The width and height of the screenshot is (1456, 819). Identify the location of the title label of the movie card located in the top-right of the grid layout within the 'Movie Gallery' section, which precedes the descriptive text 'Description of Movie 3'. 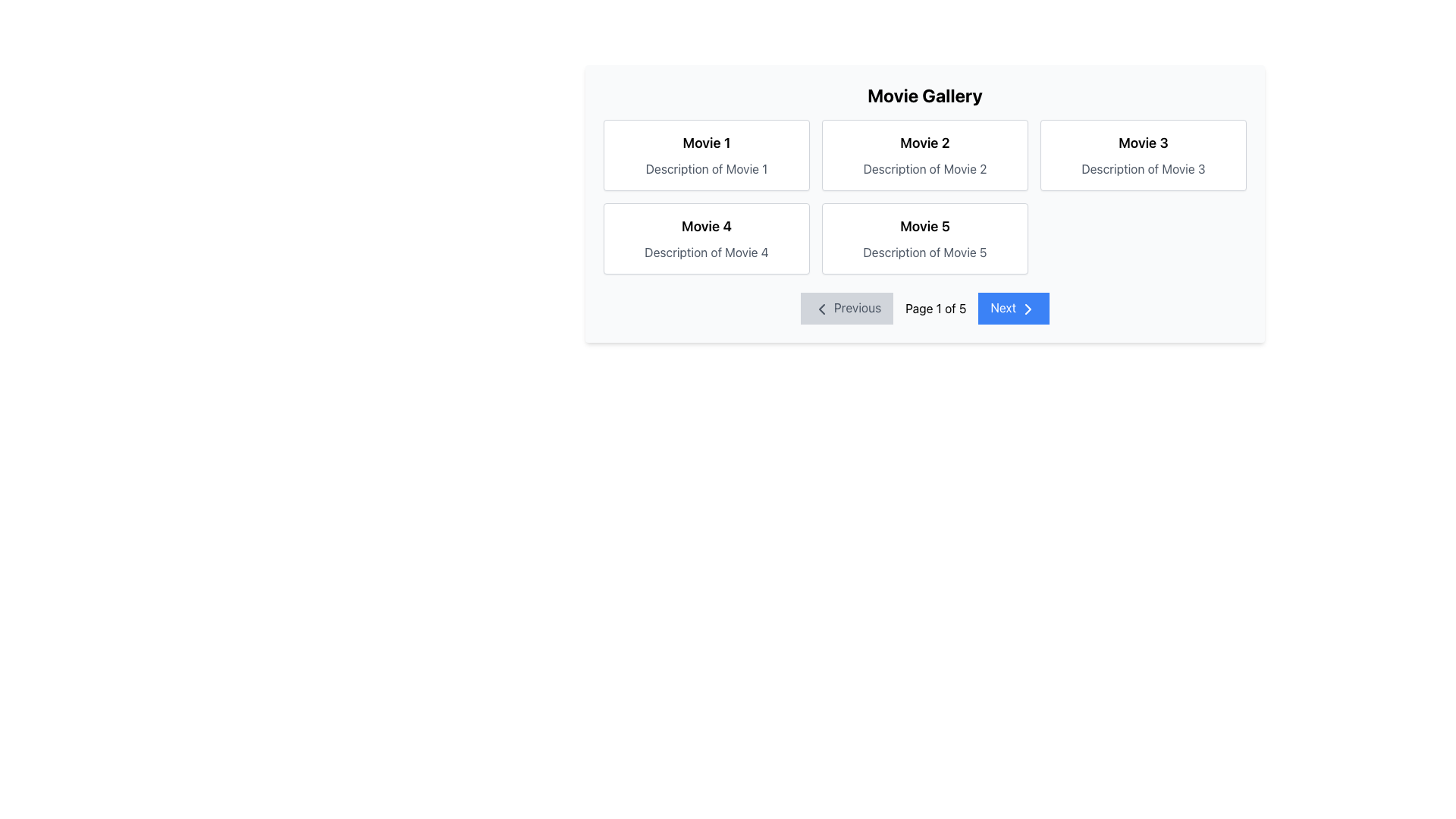
(1143, 143).